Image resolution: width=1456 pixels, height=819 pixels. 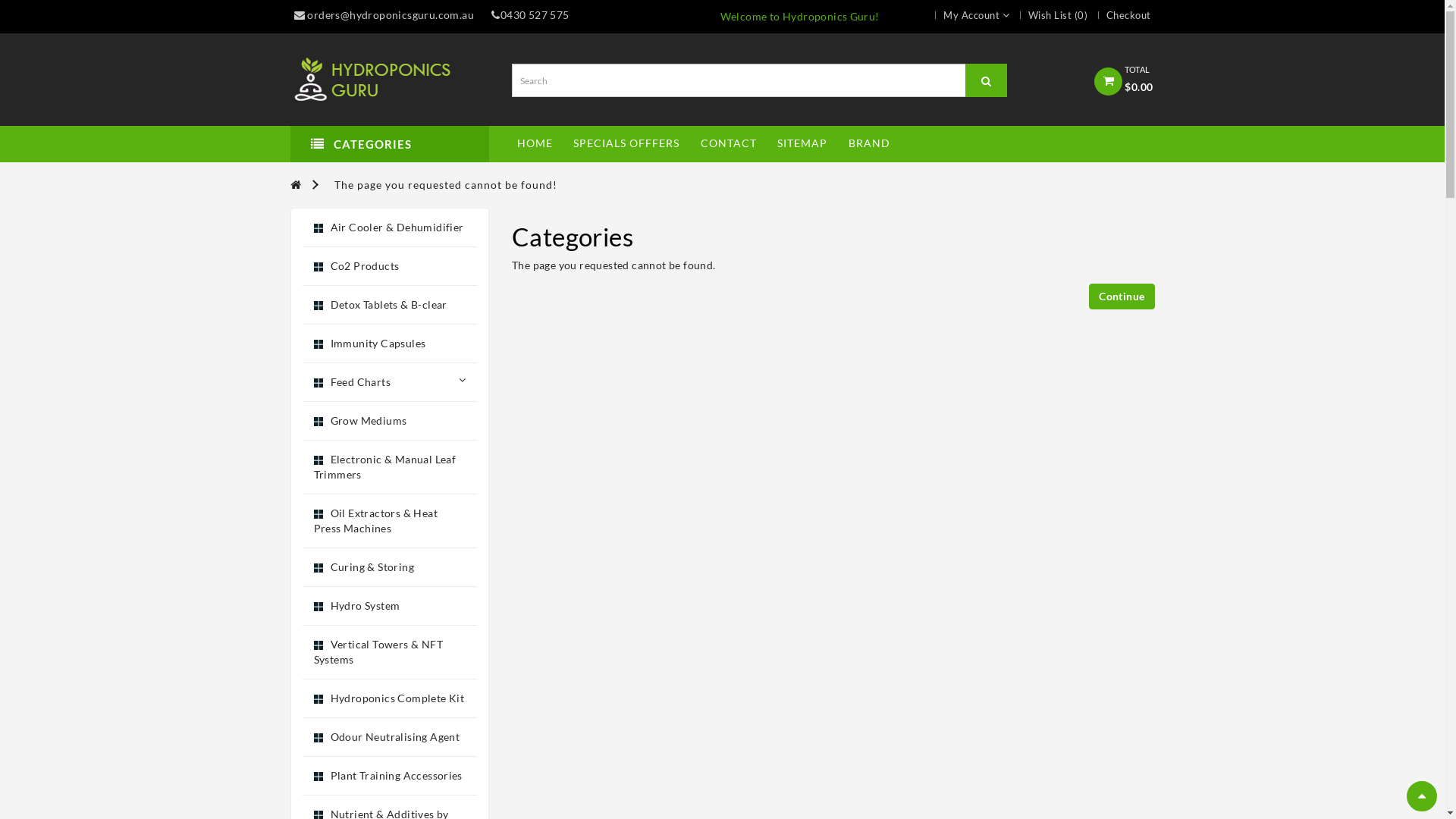 What do you see at coordinates (1421, 795) in the screenshot?
I see `'Scroll to Top'` at bounding box center [1421, 795].